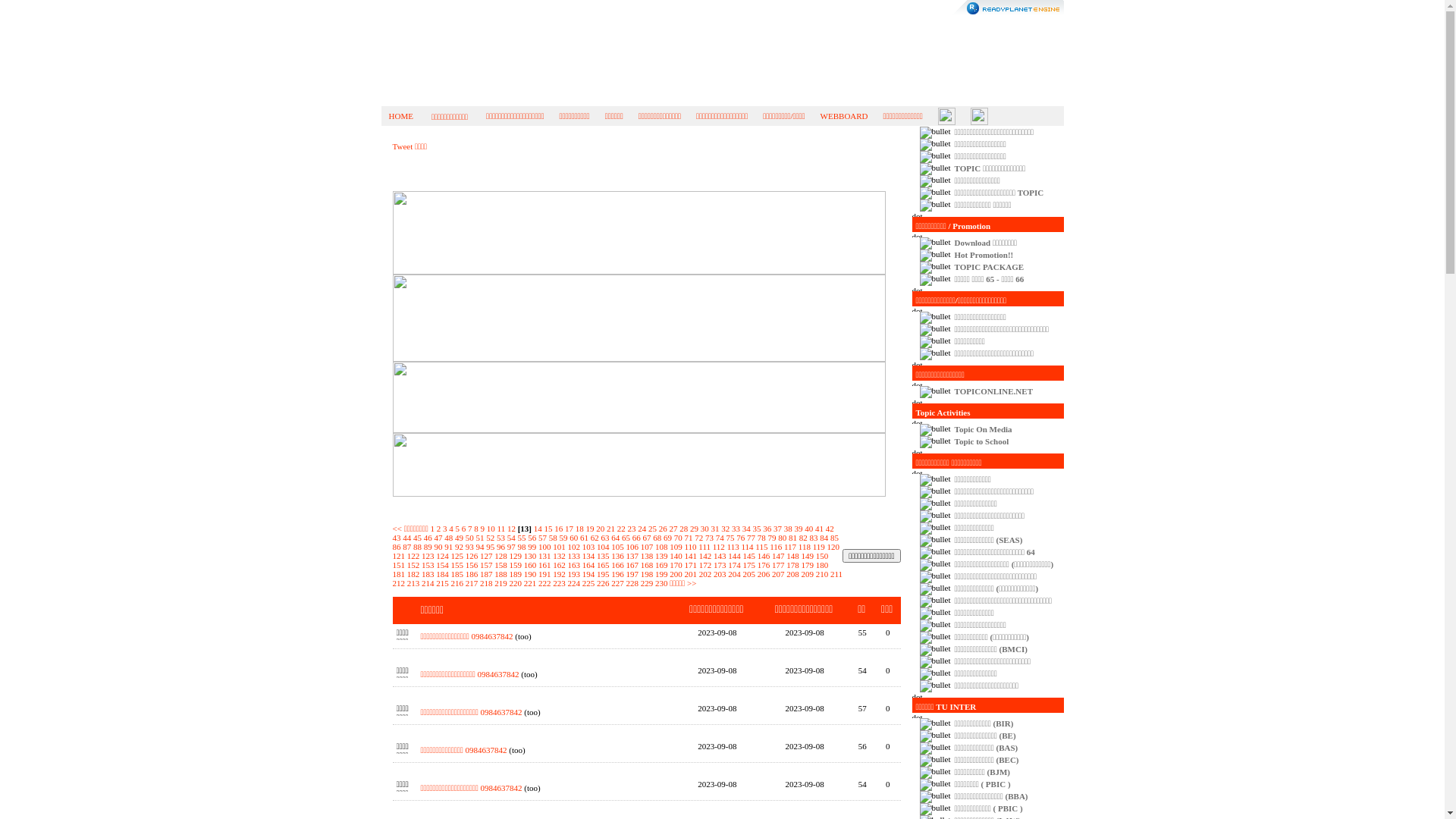 The image size is (1456, 819). What do you see at coordinates (441, 564) in the screenshot?
I see `'154'` at bounding box center [441, 564].